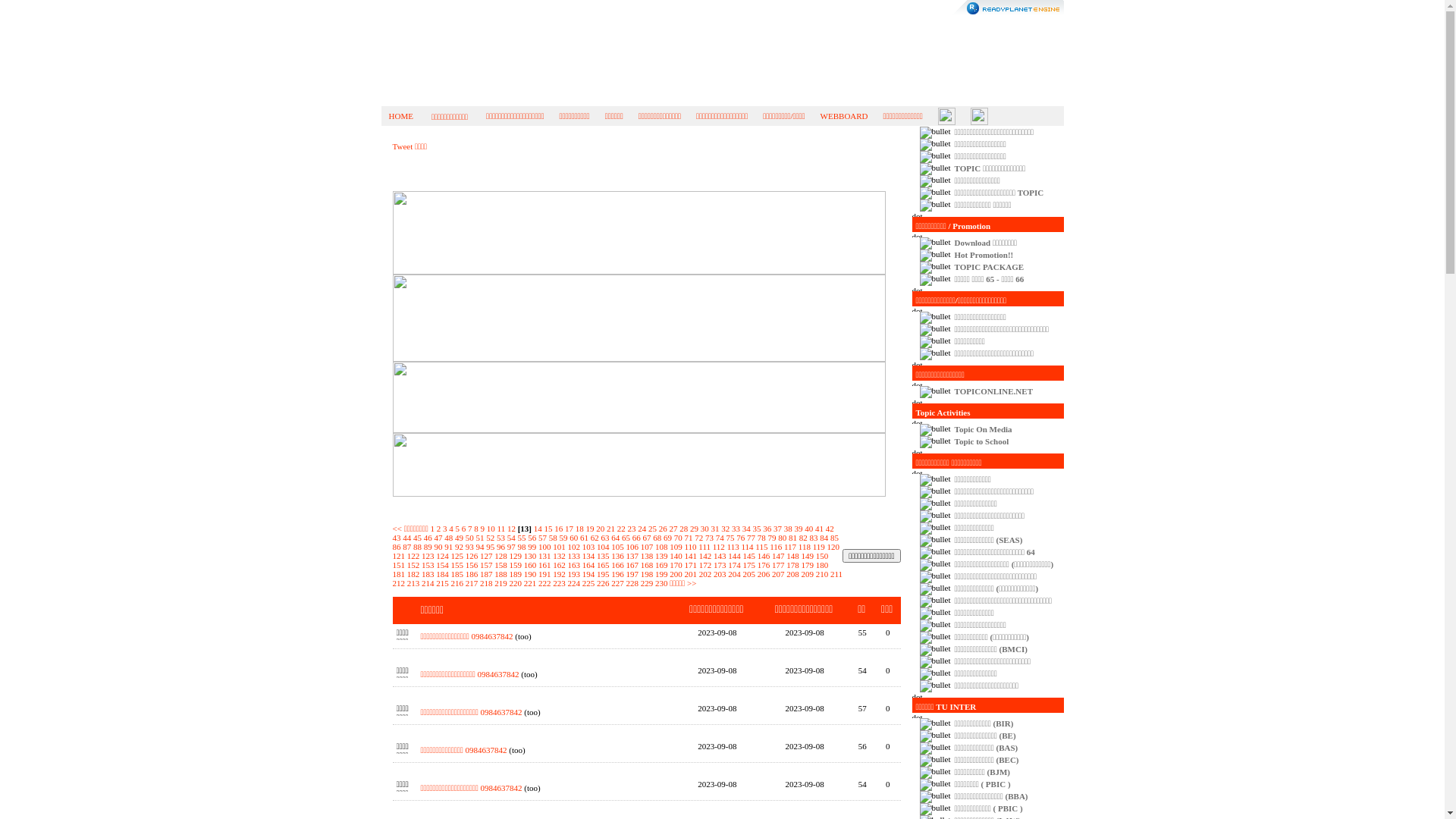 The image size is (1456, 819). What do you see at coordinates (441, 564) in the screenshot?
I see `'154'` at bounding box center [441, 564].